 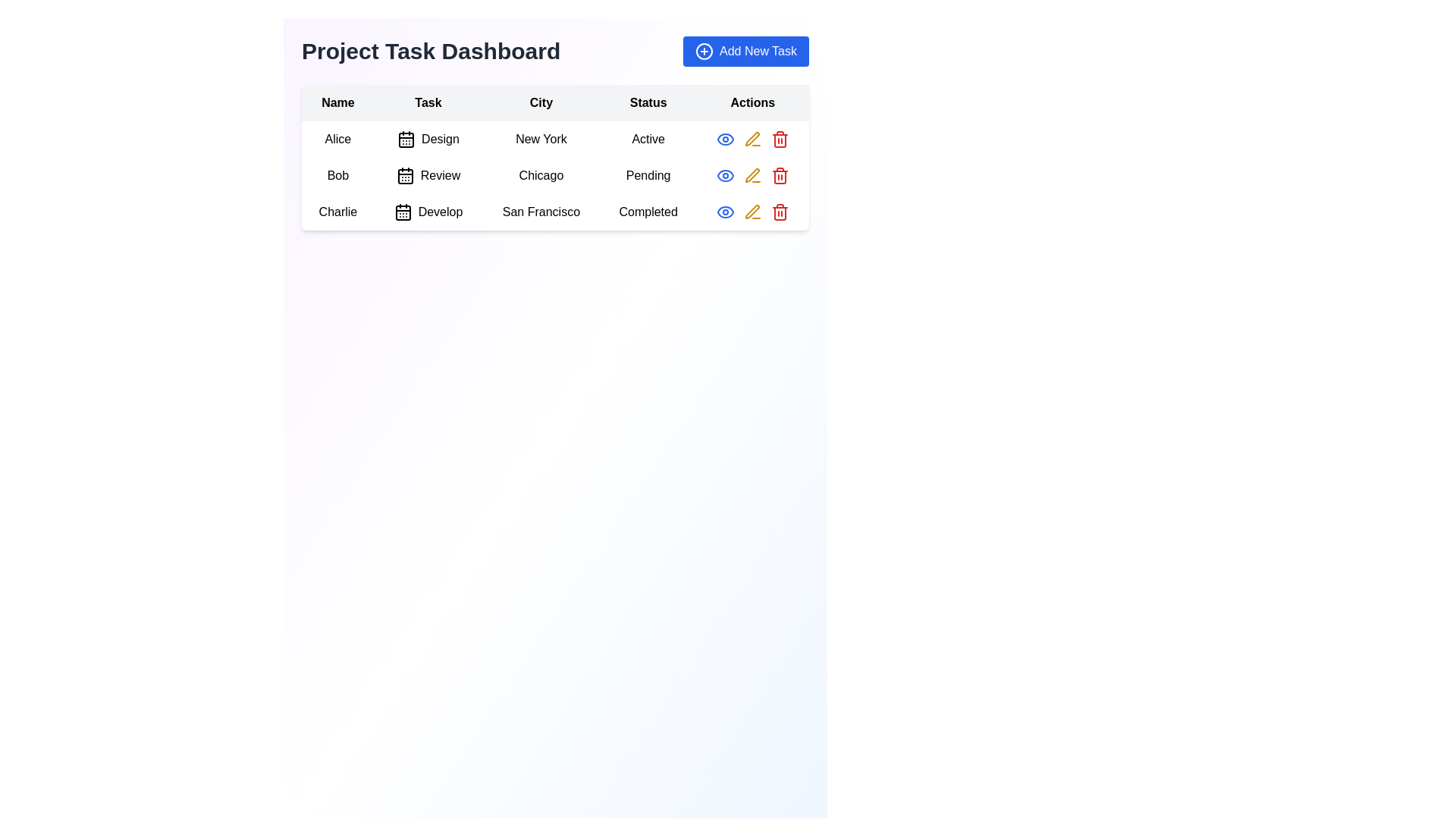 I want to click on text from the 'Name' label, which is a bold black font on a light gray background, located in the first column of the table header under 'Project Task Dashboard', so click(x=337, y=102).